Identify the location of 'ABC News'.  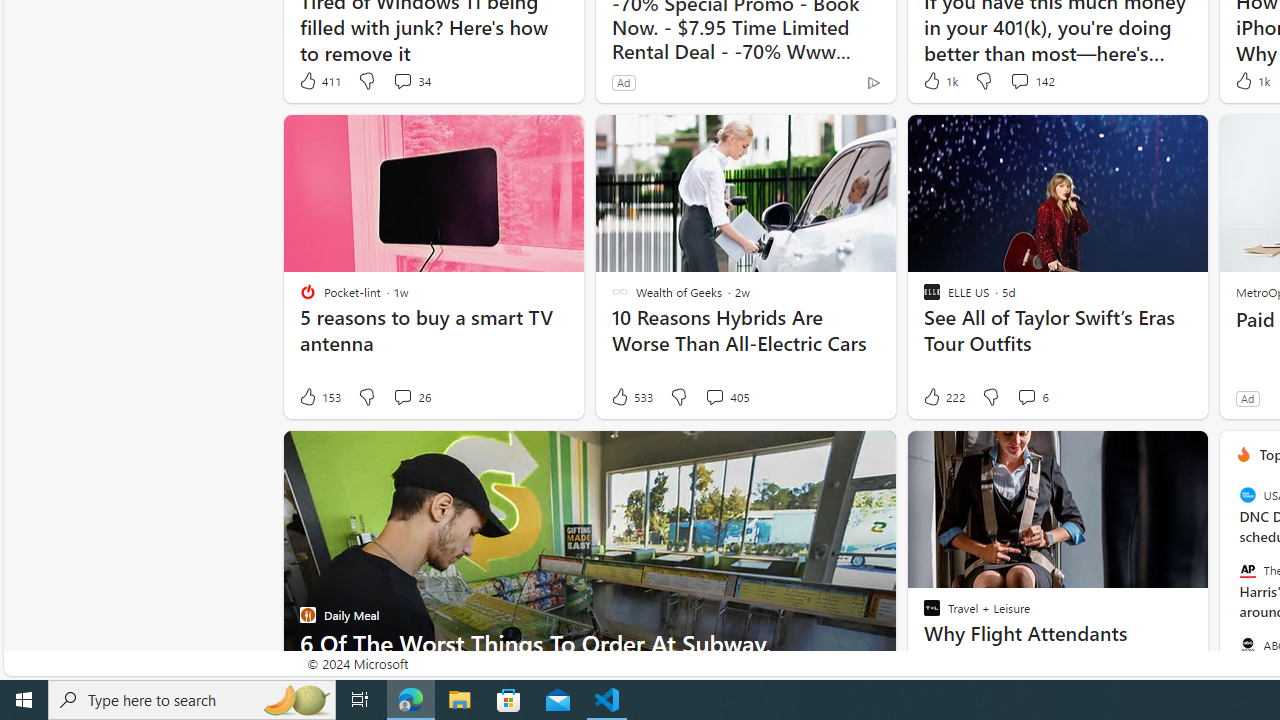
(1246, 644).